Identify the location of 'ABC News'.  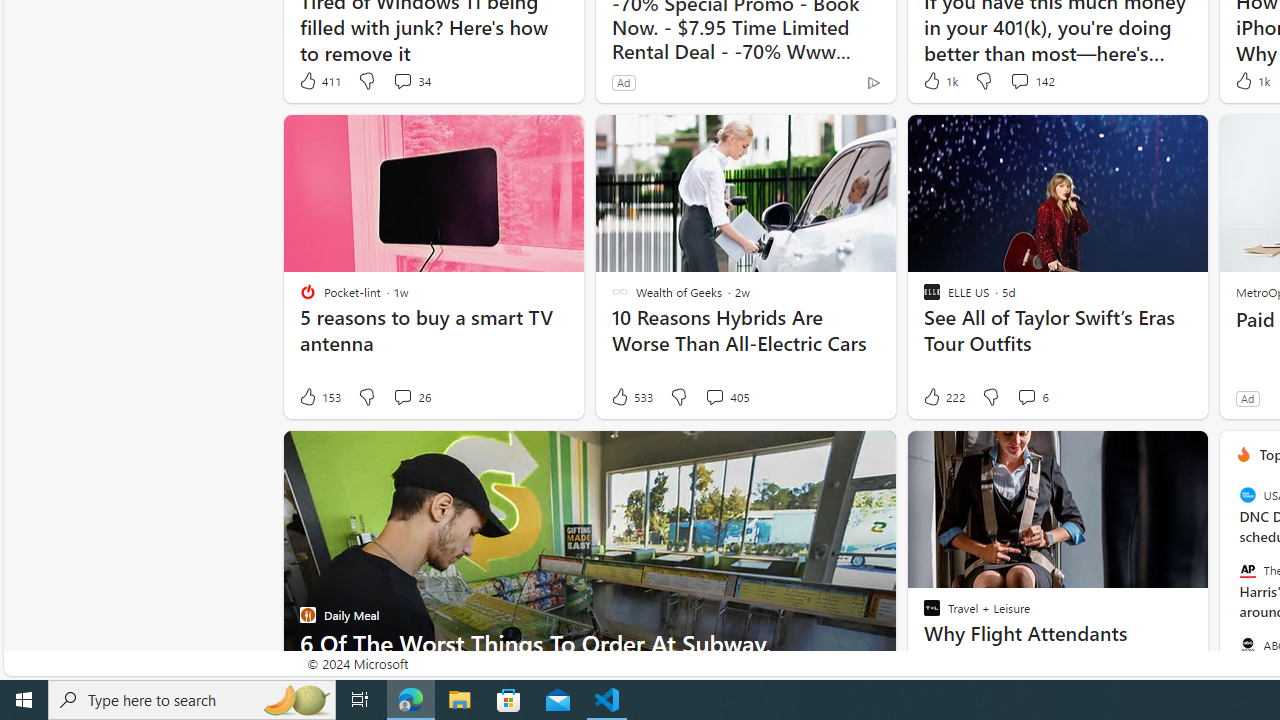
(1246, 644).